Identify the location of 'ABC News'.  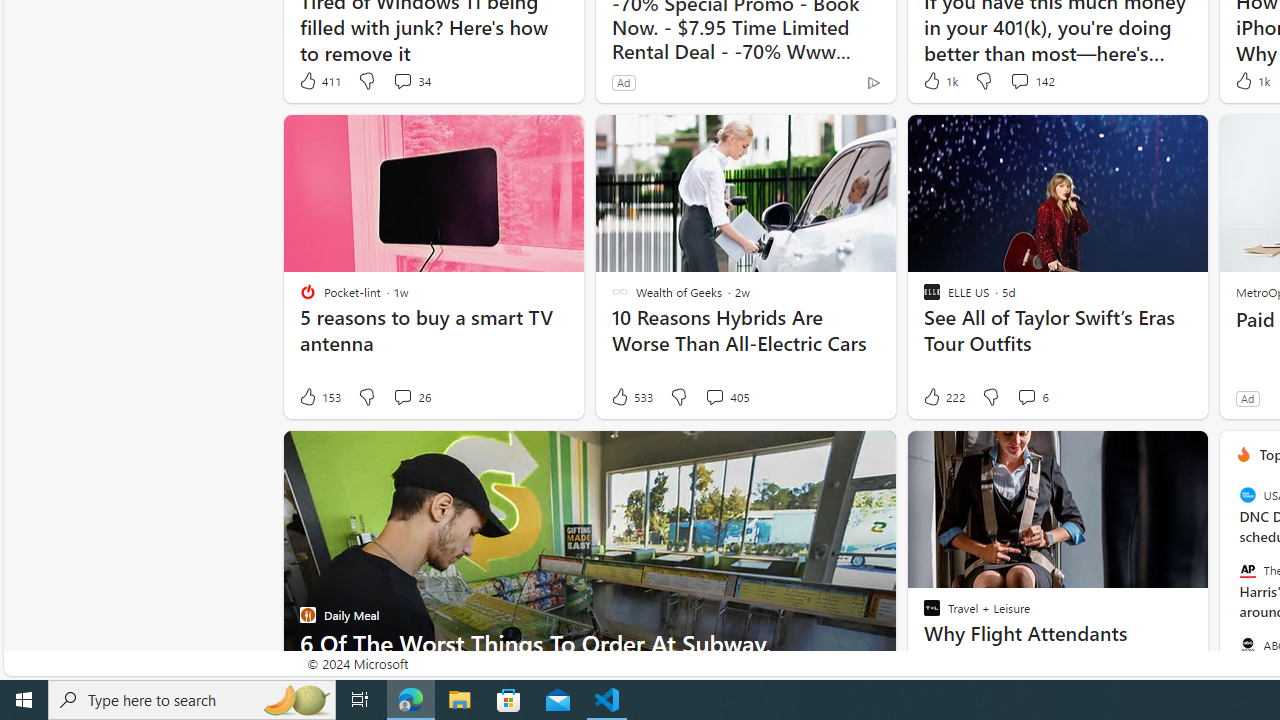
(1246, 644).